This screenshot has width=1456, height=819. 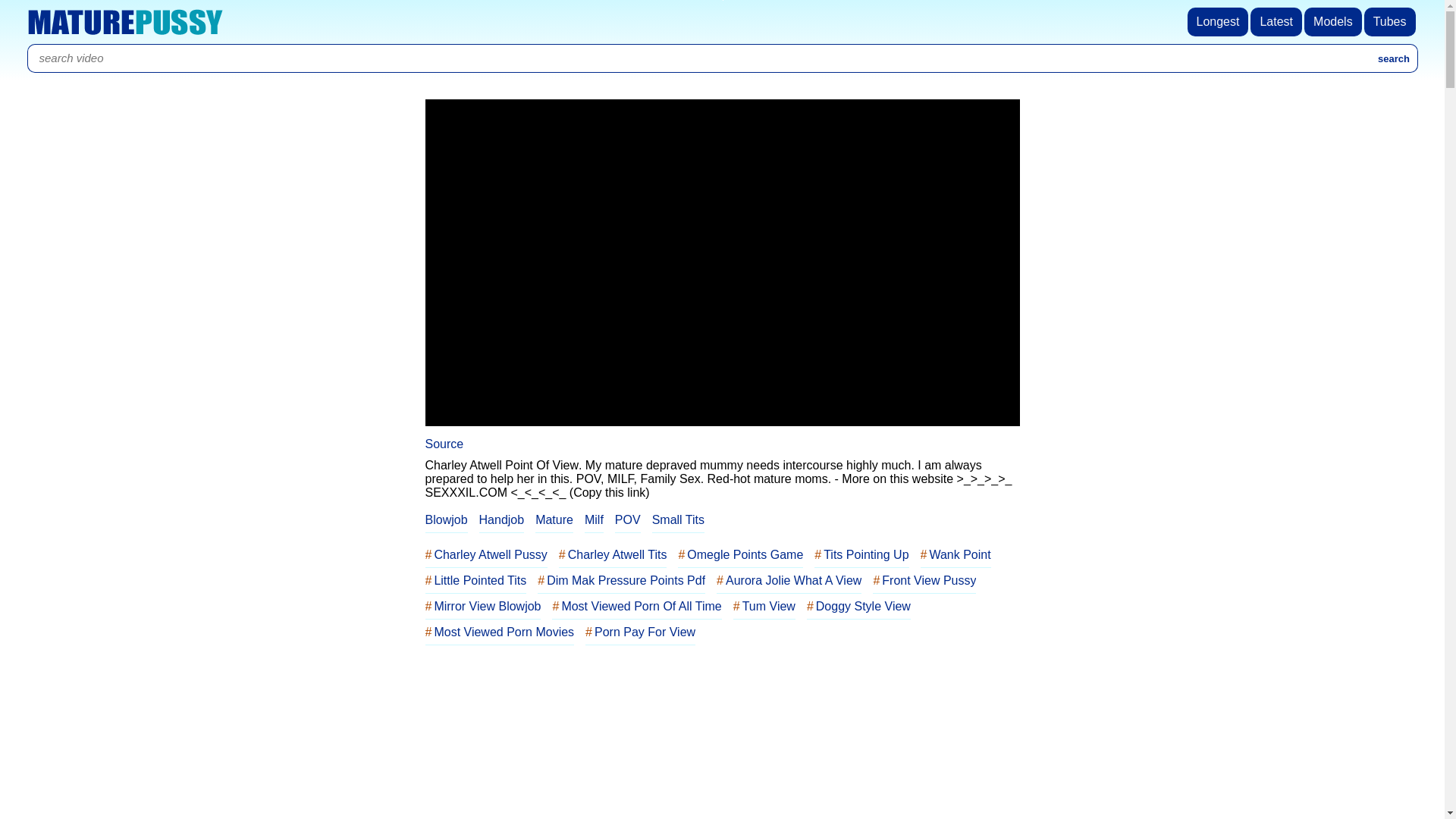 I want to click on 'POV', so click(x=628, y=519).